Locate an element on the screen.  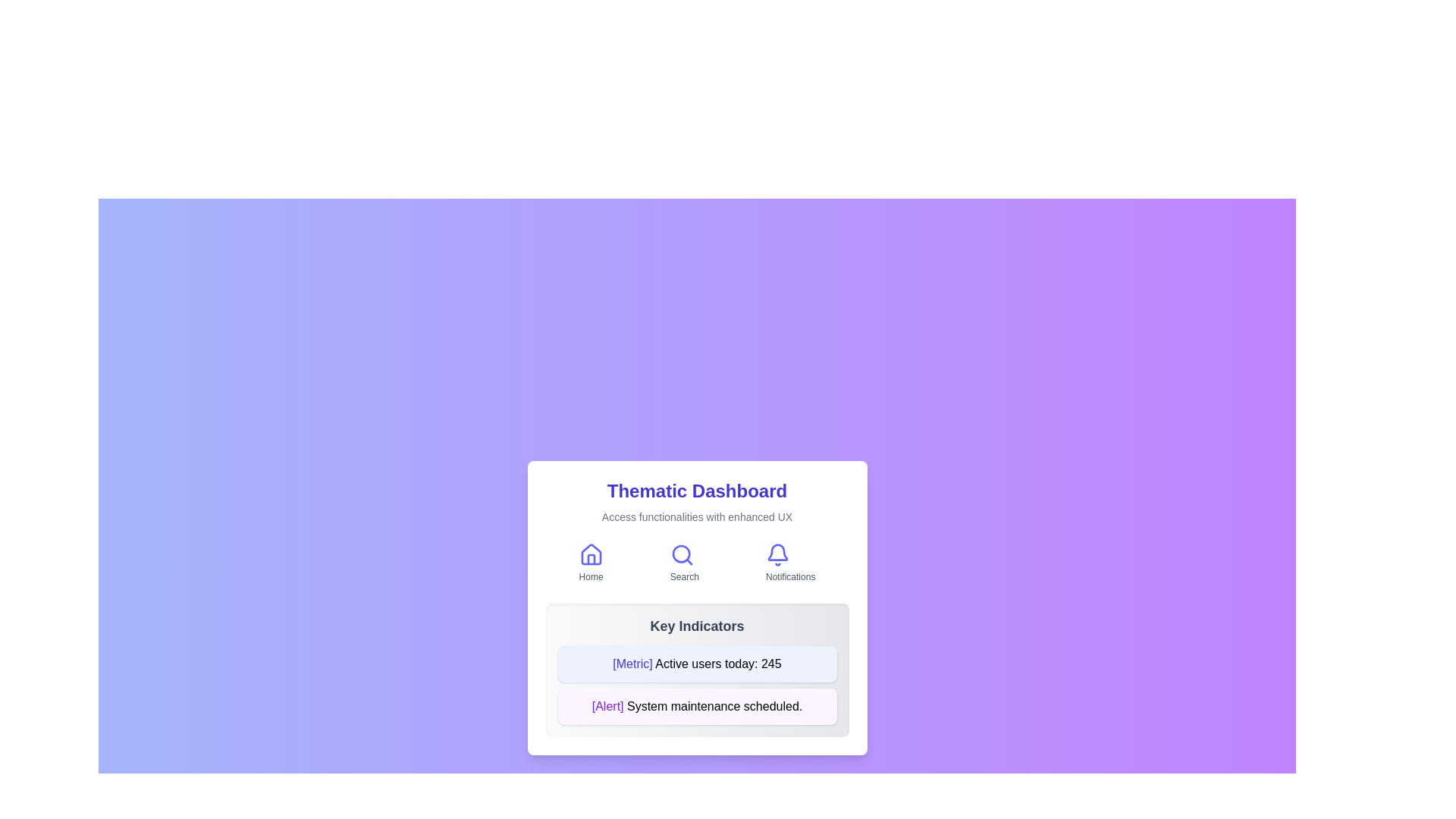
message from the Label or Text Indicator which serves as a prefix for the notification message, located near the bottom of the dashboard interface is located at coordinates (607, 706).